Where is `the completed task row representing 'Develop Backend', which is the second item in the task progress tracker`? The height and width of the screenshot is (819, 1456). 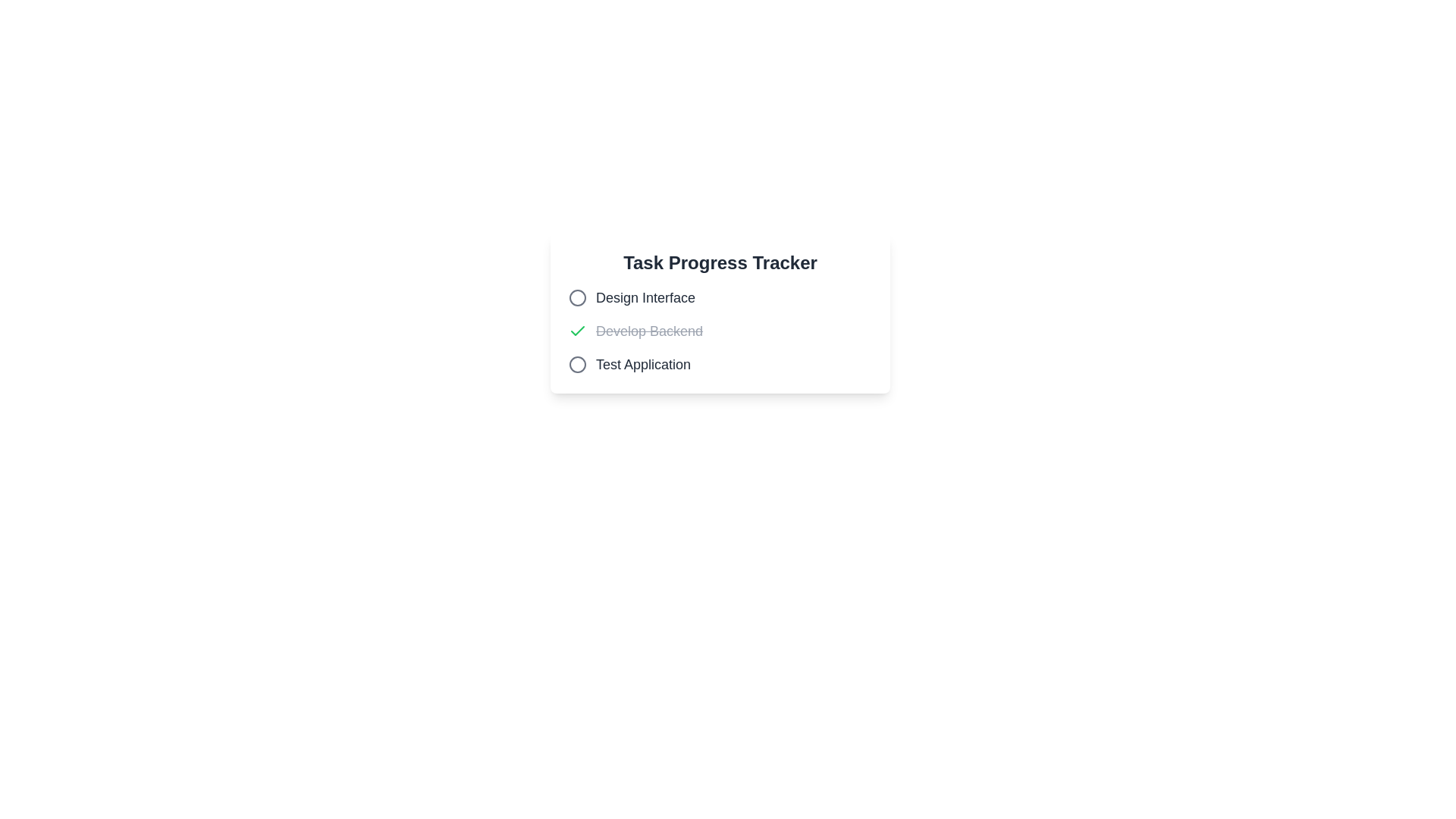
the completed task row representing 'Develop Backend', which is the second item in the task progress tracker is located at coordinates (720, 330).